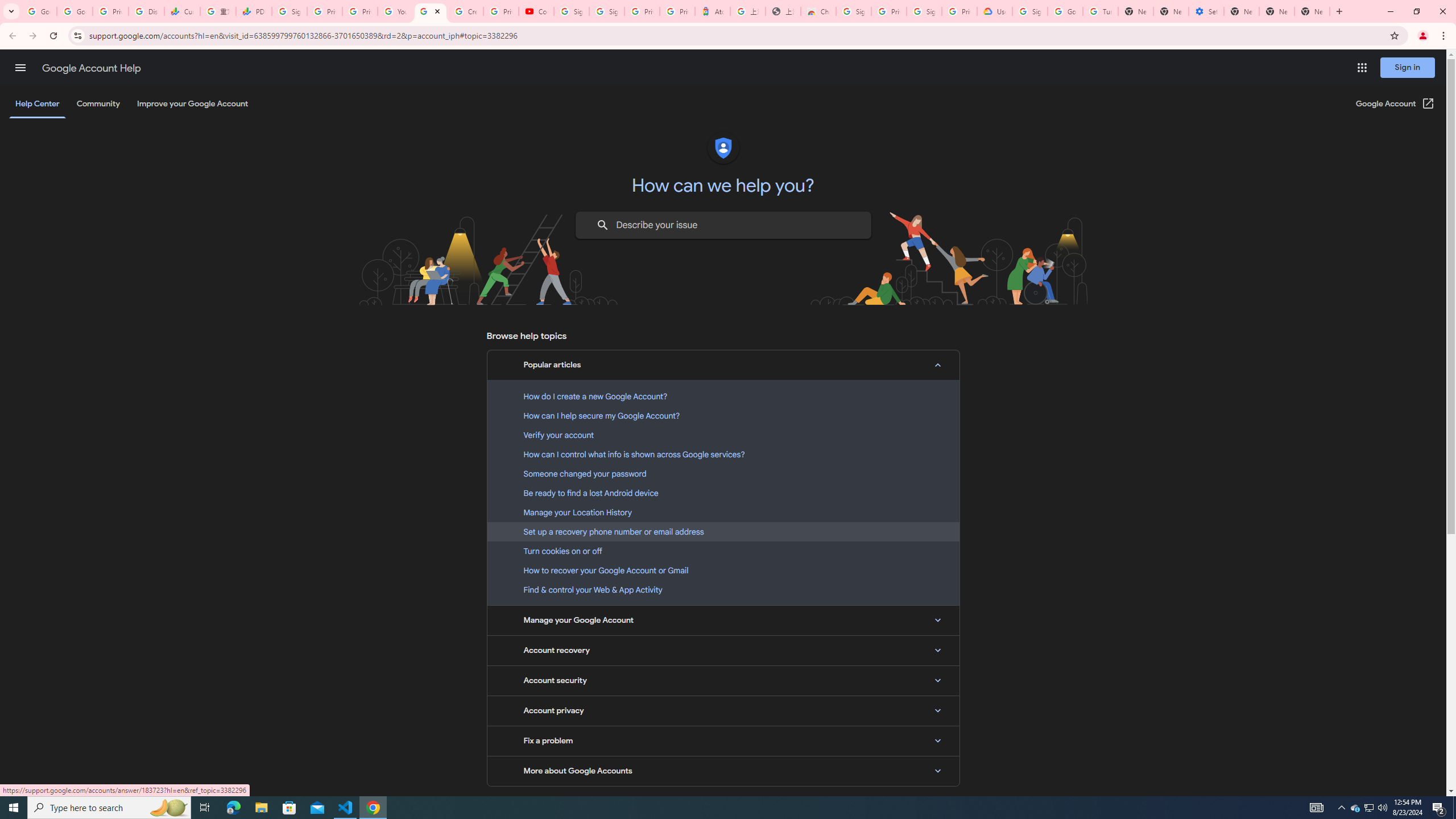 The image size is (1456, 819). Describe the element at coordinates (723, 551) in the screenshot. I see `'Turn cookies on or off'` at that location.